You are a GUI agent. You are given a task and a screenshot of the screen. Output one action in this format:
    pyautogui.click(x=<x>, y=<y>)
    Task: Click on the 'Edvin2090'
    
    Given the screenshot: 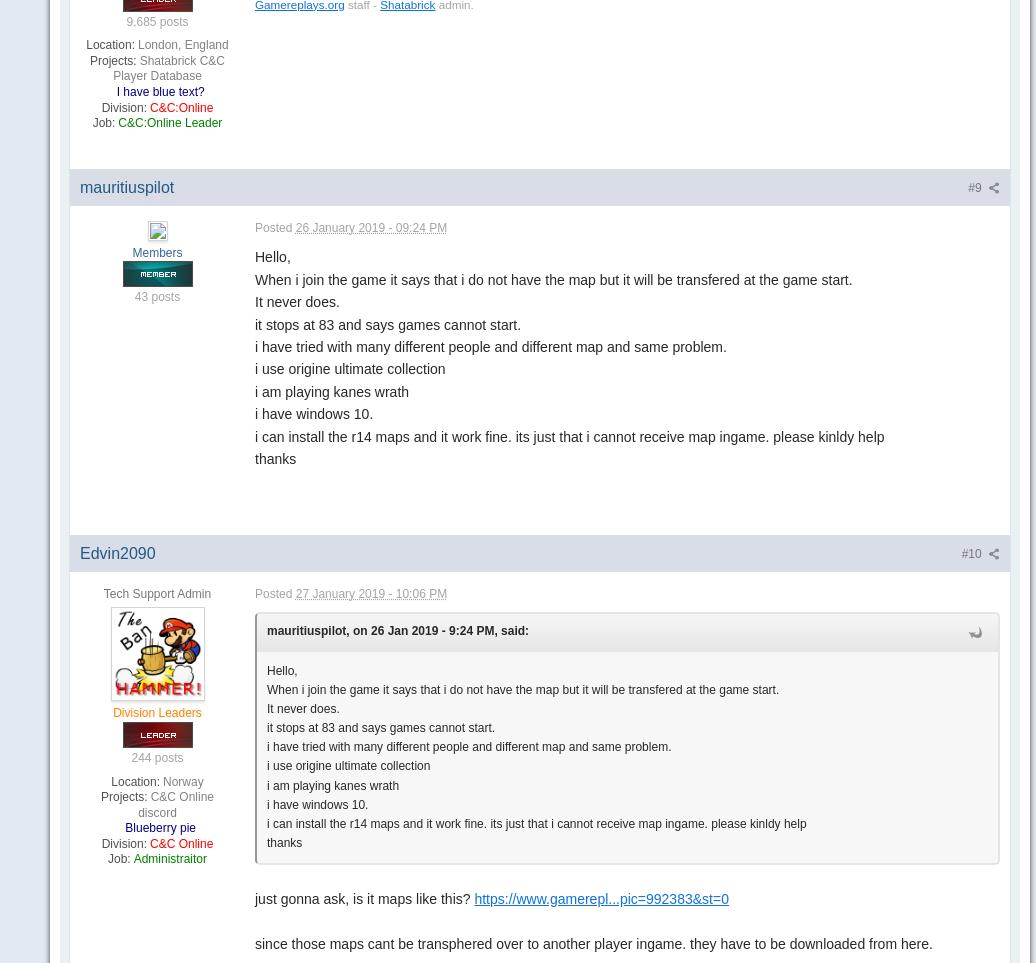 What is the action you would take?
    pyautogui.click(x=117, y=551)
    